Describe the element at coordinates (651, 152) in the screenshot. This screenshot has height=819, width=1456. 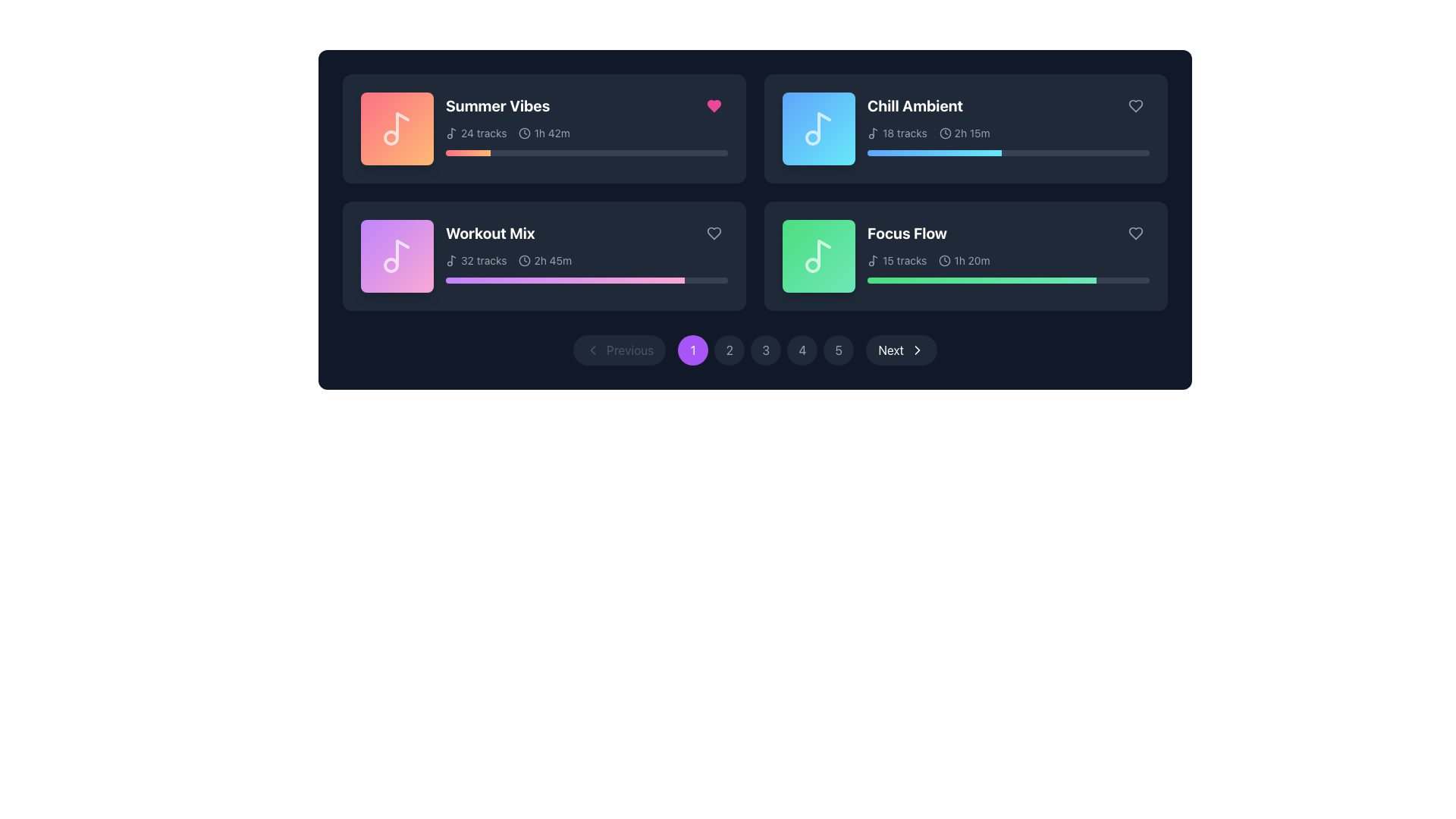
I see `the progress` at that location.